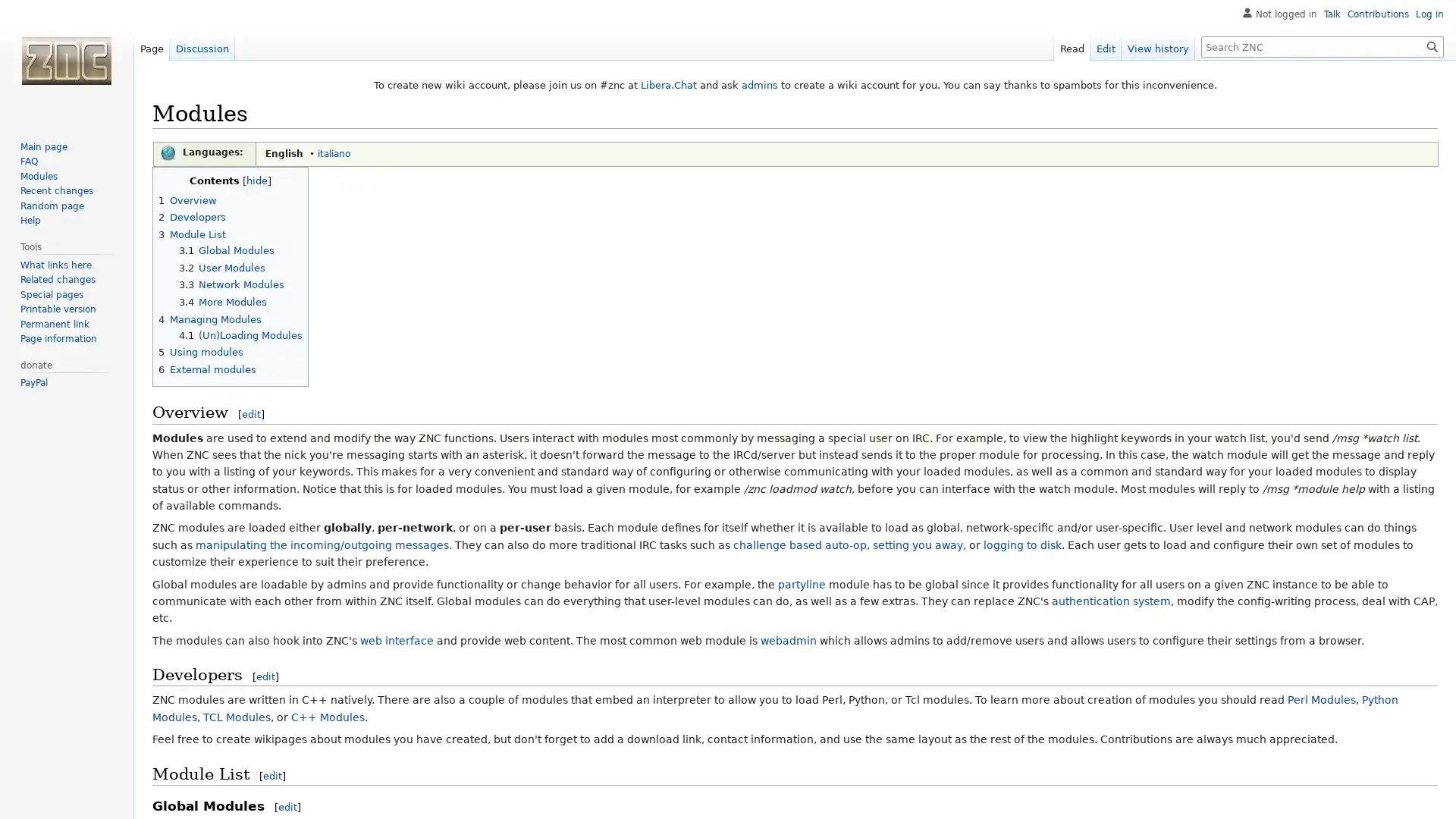 The width and height of the screenshot is (1456, 819). What do you see at coordinates (1432, 45) in the screenshot?
I see `Go` at bounding box center [1432, 45].